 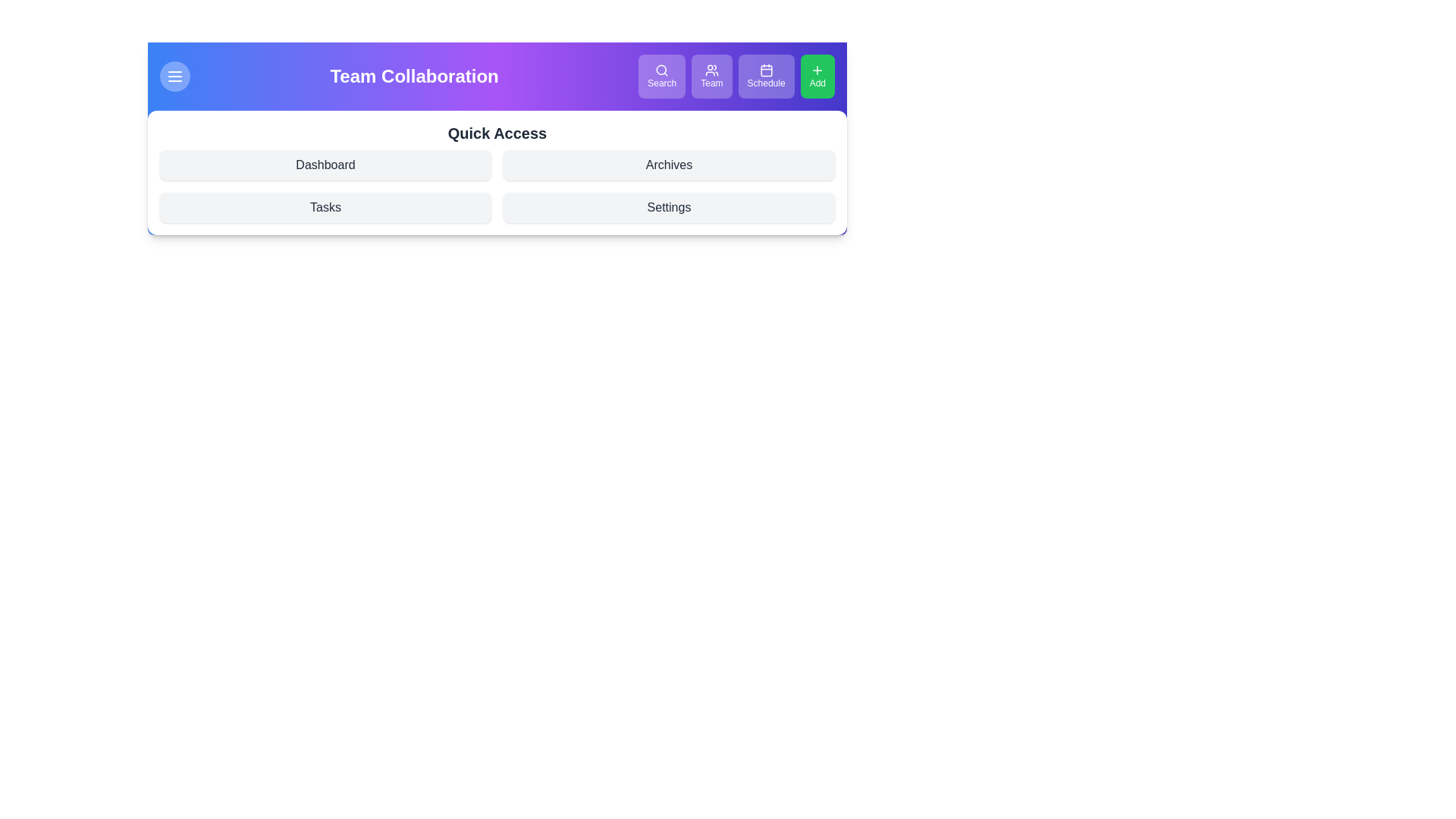 I want to click on the Quick Access link Dashboard, so click(x=325, y=165).